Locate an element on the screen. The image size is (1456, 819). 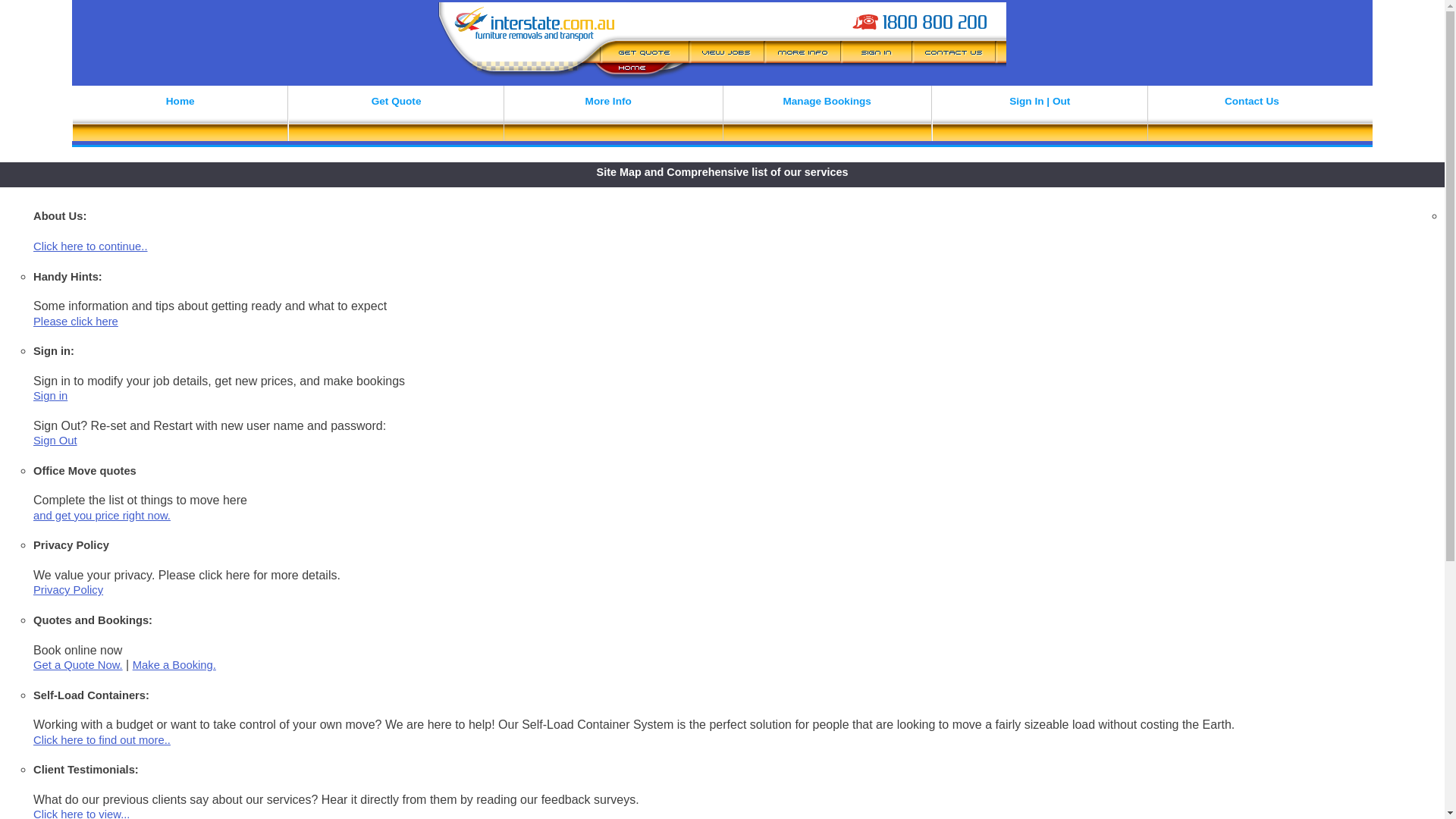
'Get Quote' is located at coordinates (396, 115).